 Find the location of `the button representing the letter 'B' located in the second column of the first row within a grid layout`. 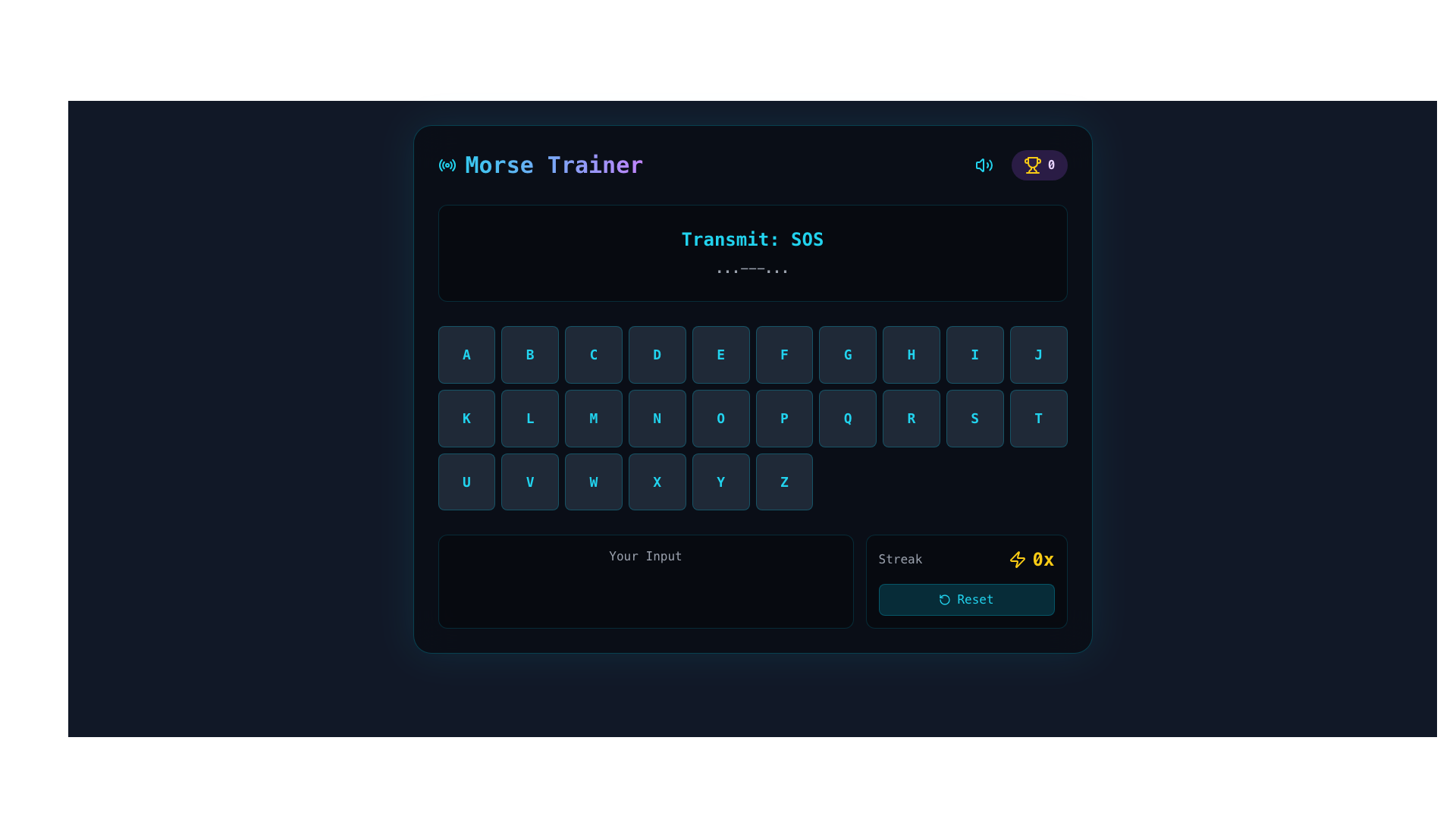

the button representing the letter 'B' located in the second column of the first row within a grid layout is located at coordinates (530, 354).